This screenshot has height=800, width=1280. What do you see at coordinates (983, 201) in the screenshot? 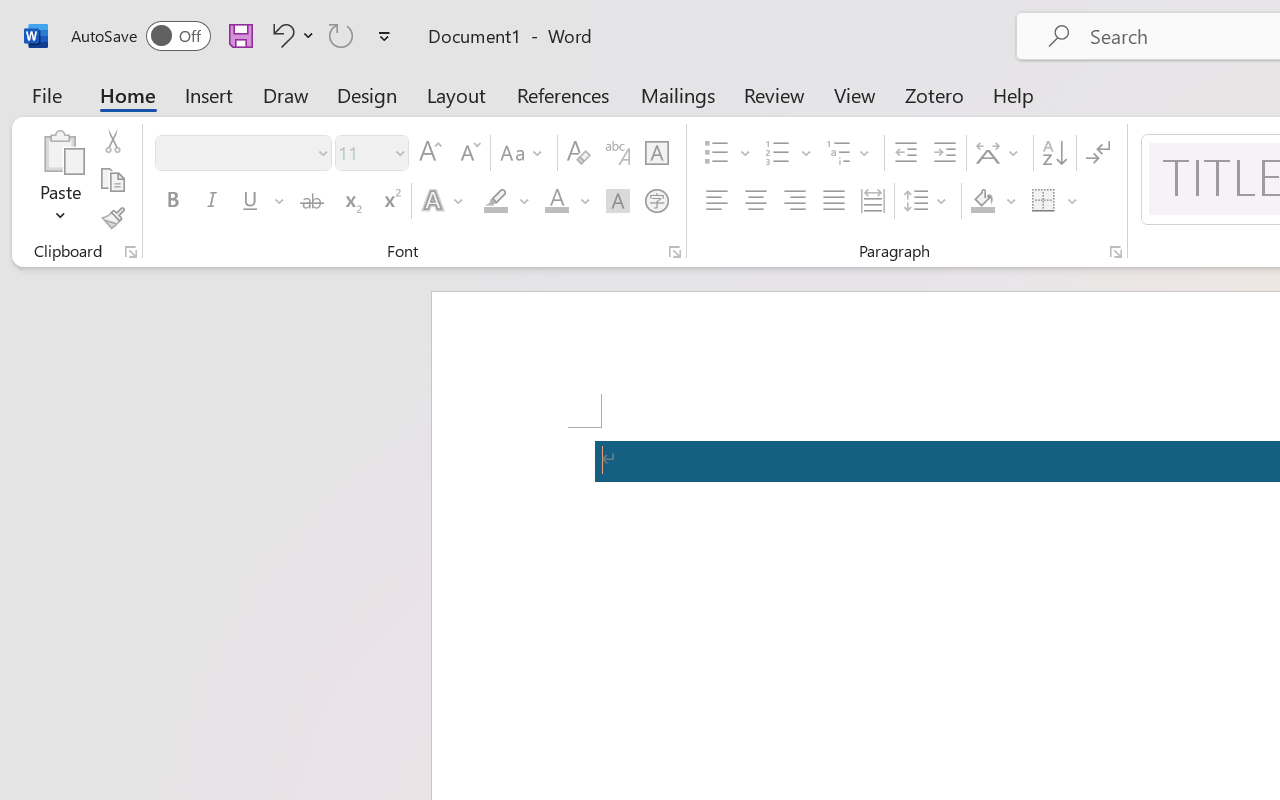
I see `'Shading No Color'` at bounding box center [983, 201].